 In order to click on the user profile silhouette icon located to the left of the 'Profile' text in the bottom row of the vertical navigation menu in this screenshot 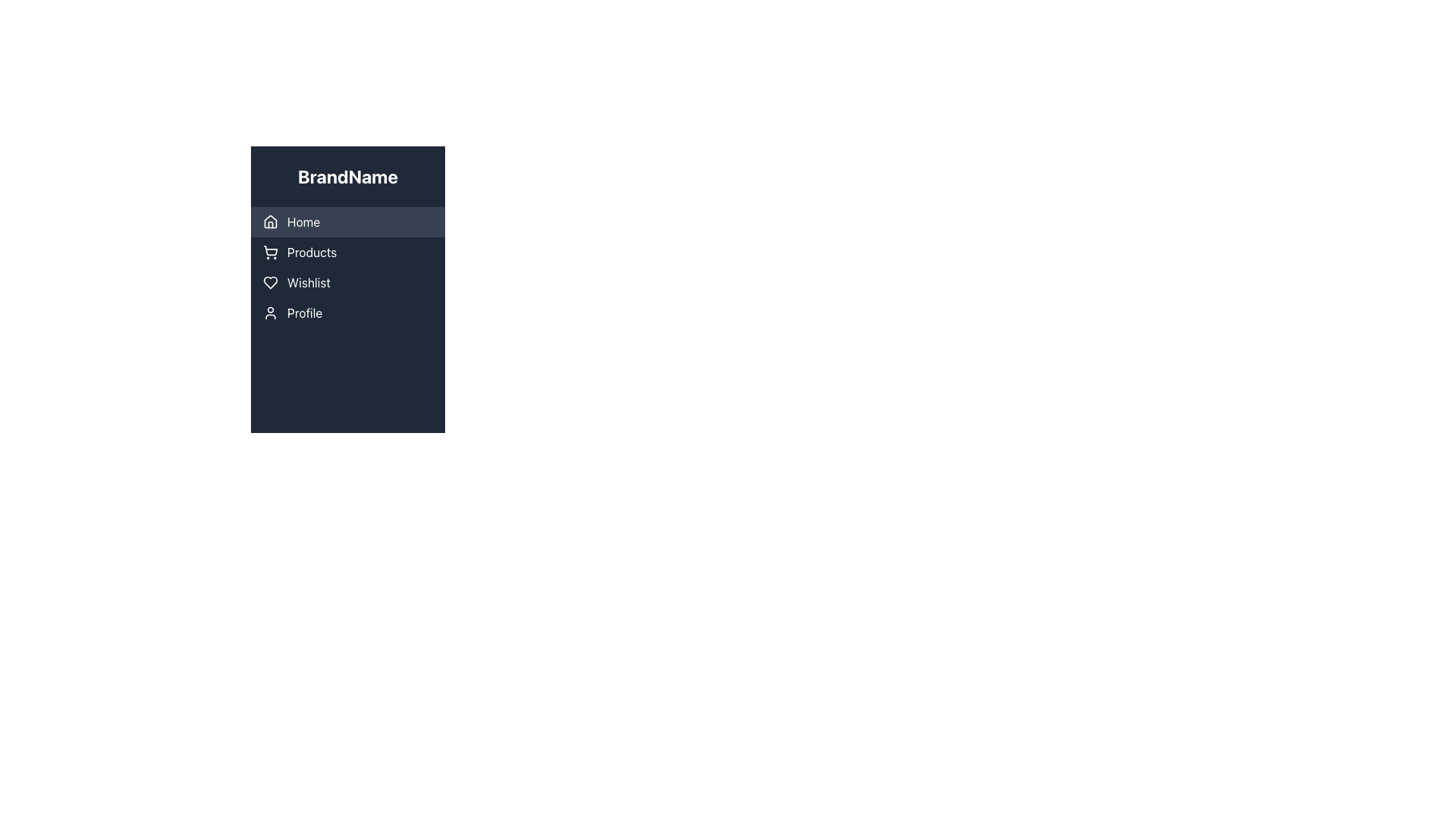, I will do `click(270, 312)`.